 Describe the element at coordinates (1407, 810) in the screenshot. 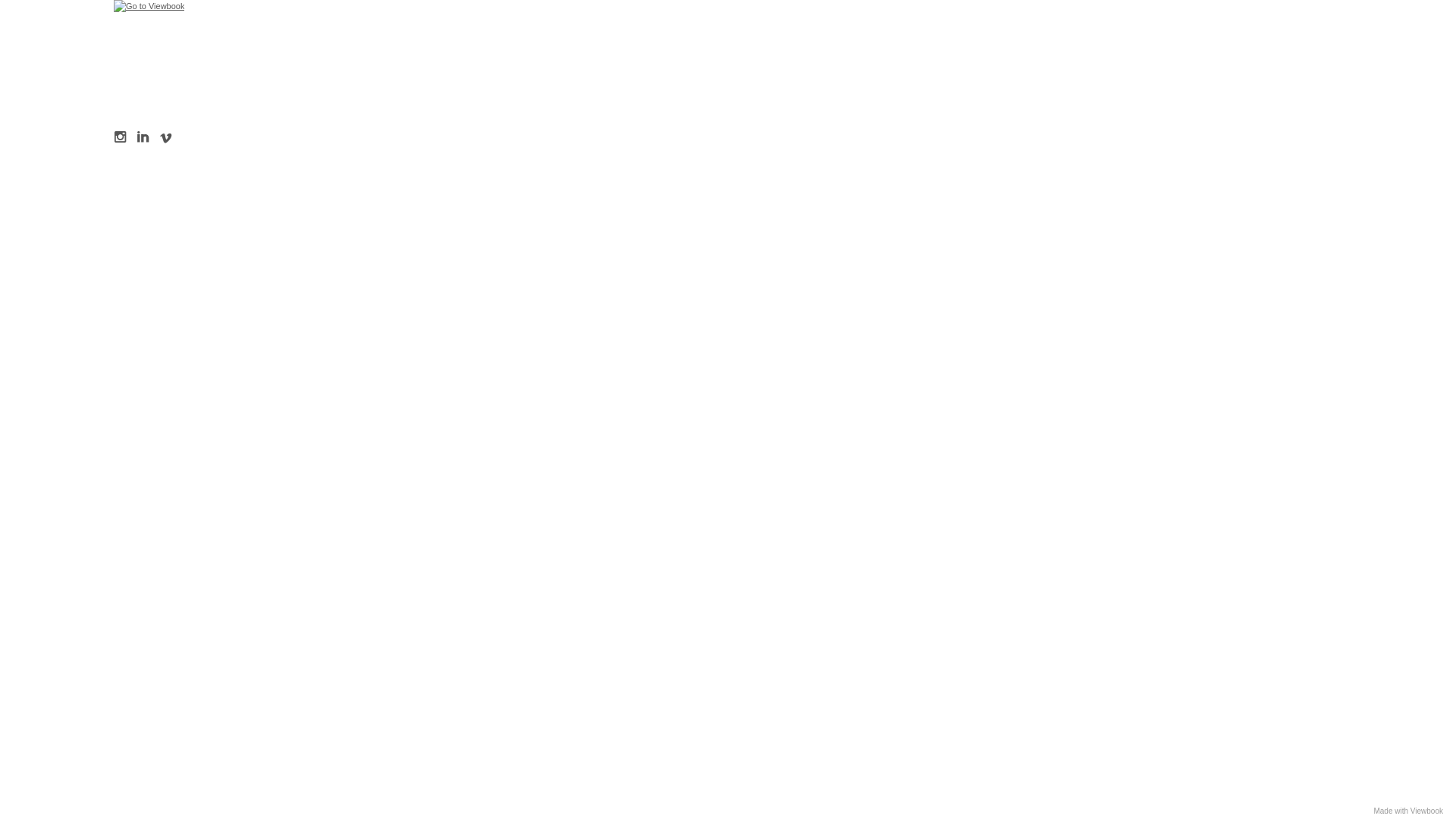

I see `'Made with Viewbook'` at that location.